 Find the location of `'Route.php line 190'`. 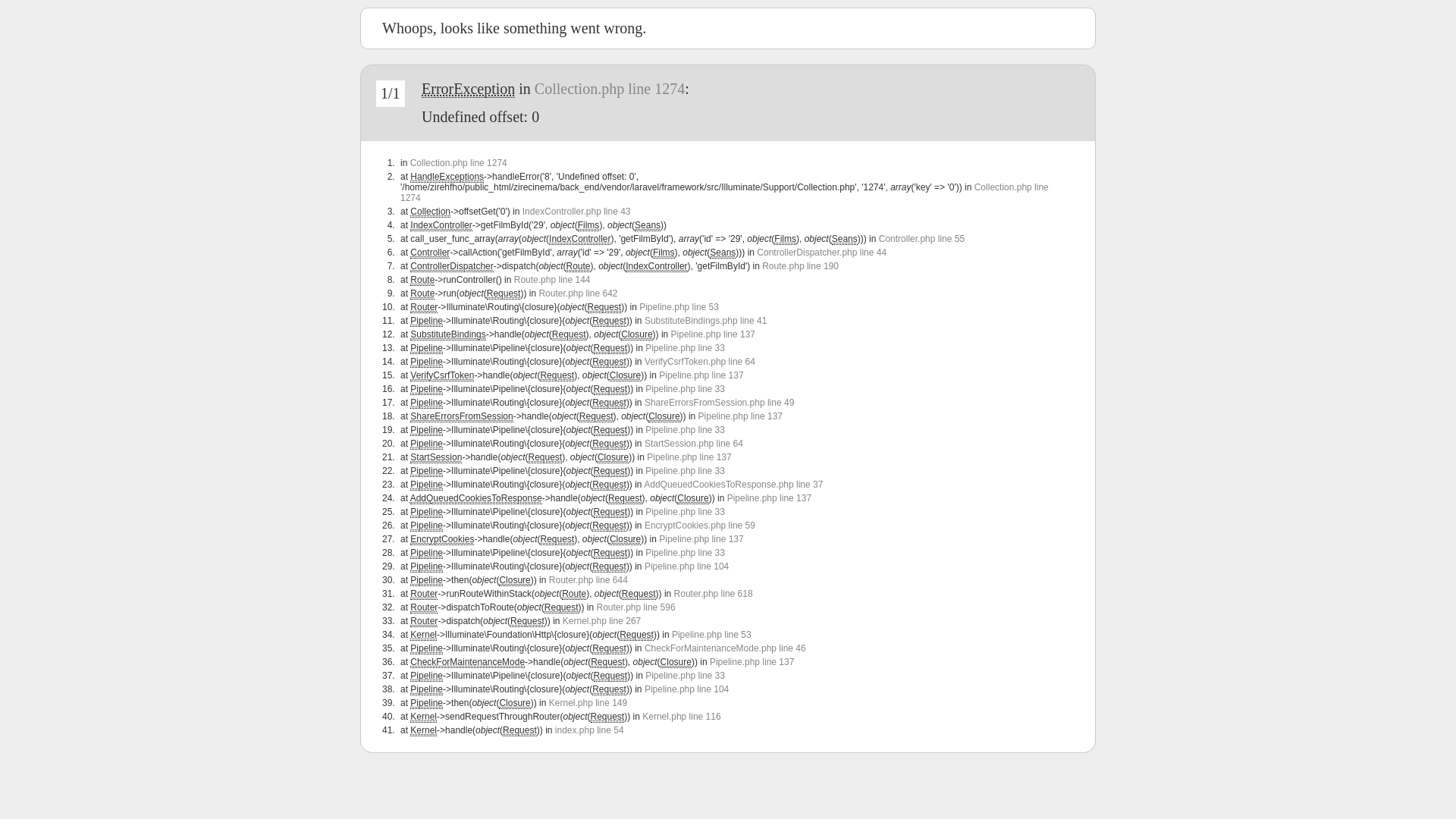

'Route.php line 190' is located at coordinates (799, 265).